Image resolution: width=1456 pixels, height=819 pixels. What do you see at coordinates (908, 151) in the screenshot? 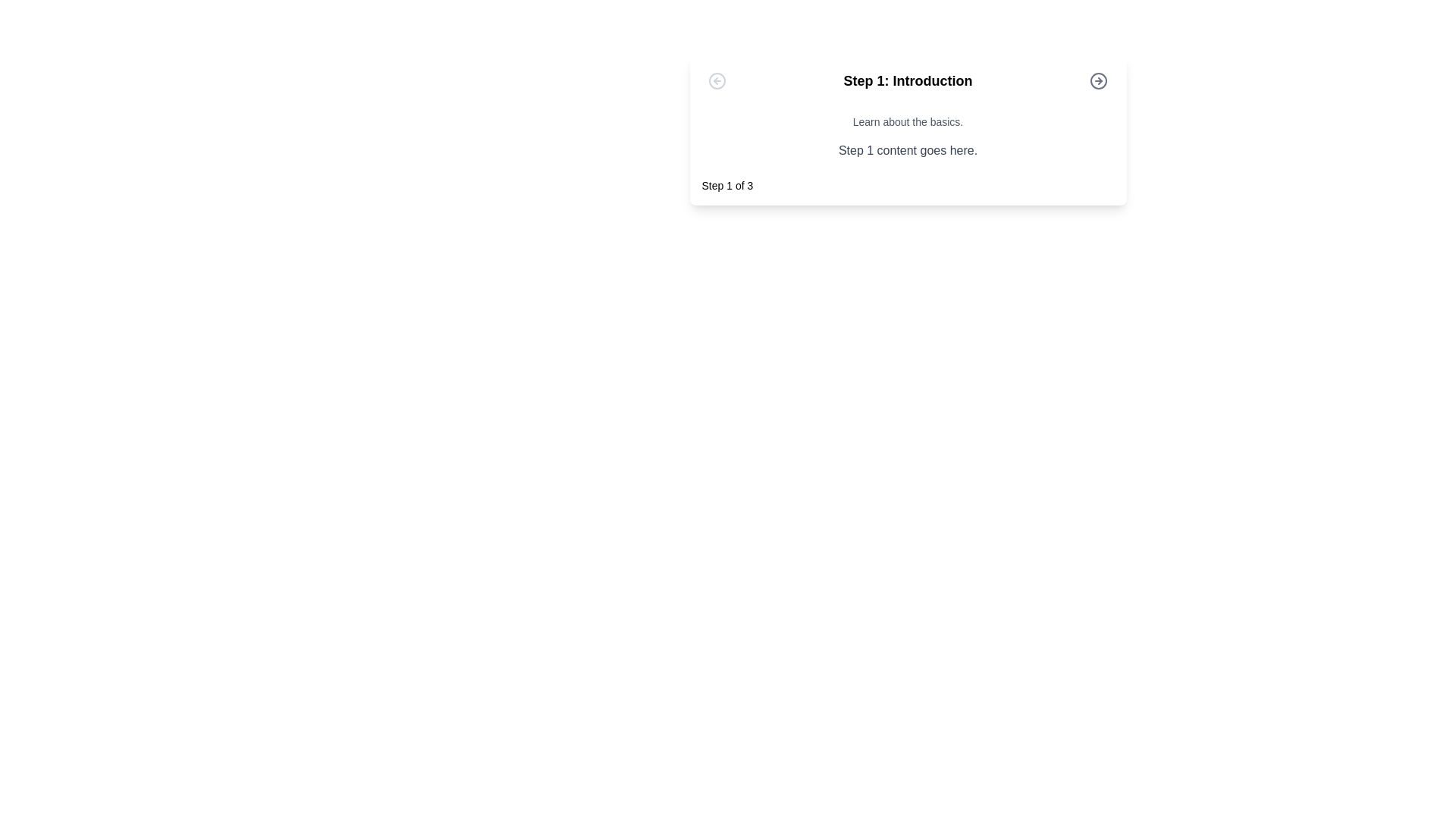
I see `the informational text block that provides additional details about the content of Step 1, positioned below 'Learn about the basics.' and above 'Step 1 of 3'` at bounding box center [908, 151].